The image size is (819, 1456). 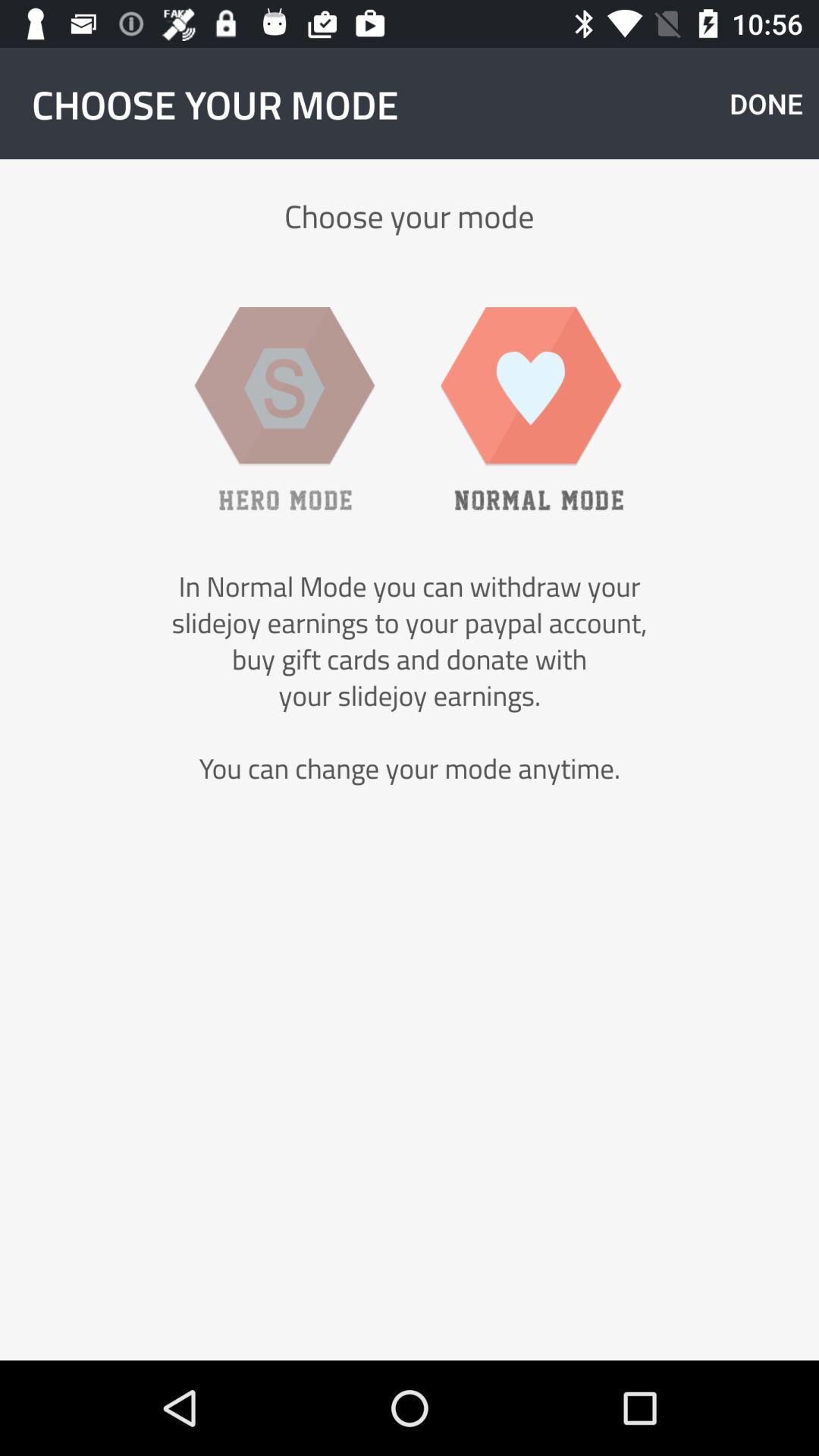 What do you see at coordinates (284, 408) in the screenshot?
I see `the icon below choose your mode item` at bounding box center [284, 408].